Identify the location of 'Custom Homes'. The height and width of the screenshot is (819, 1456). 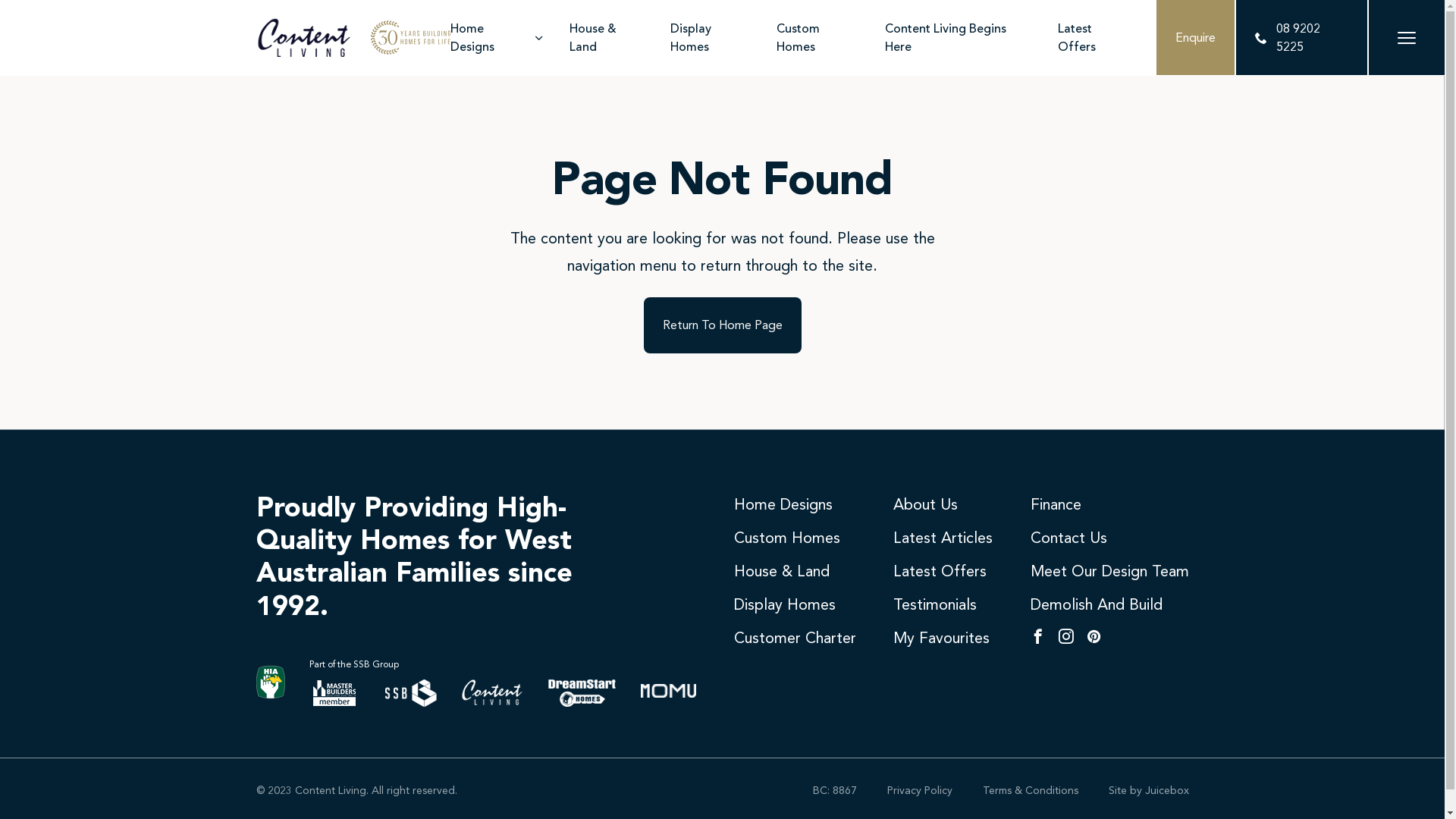
(734, 537).